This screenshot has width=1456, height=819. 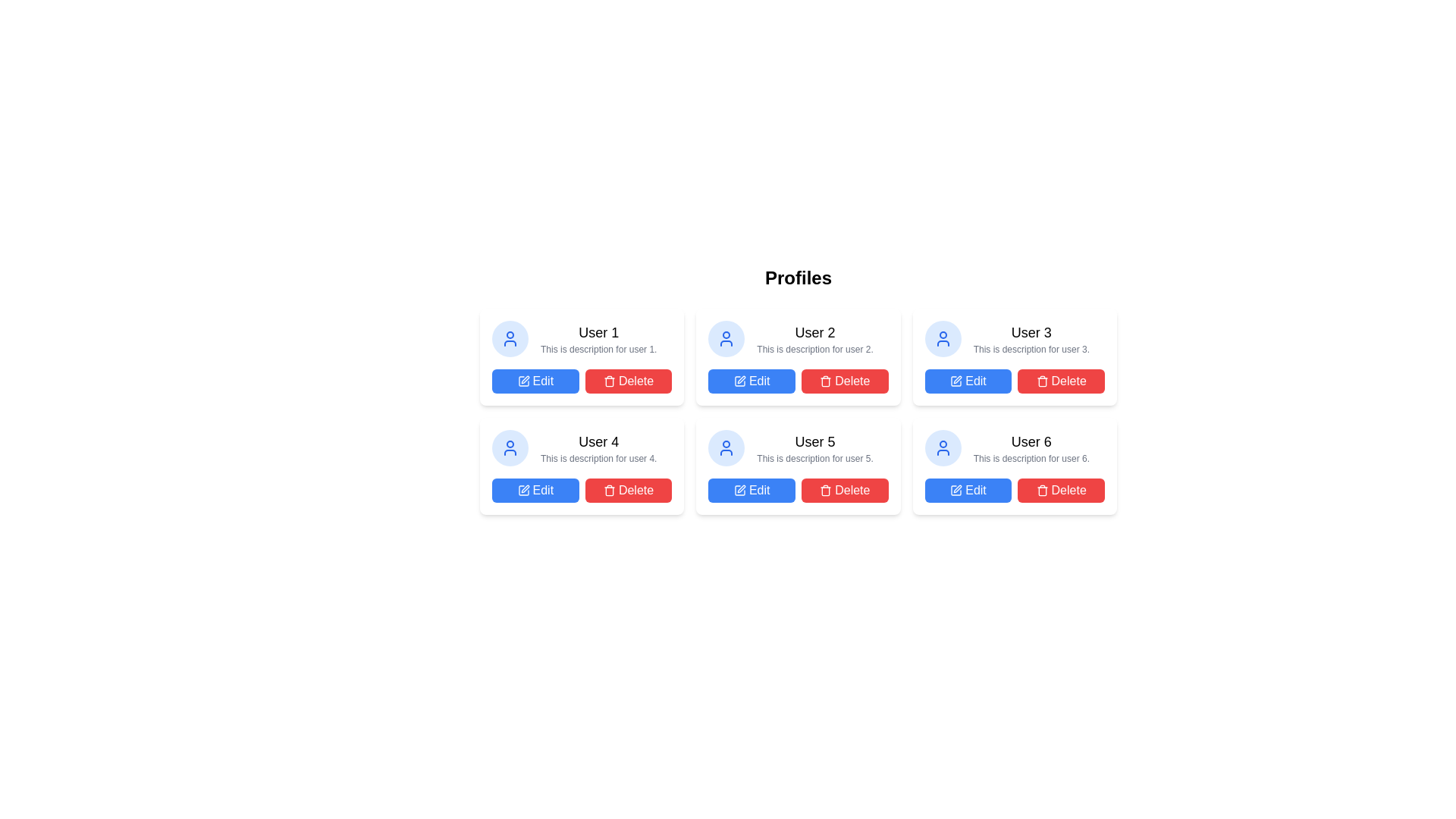 I want to click on the pen icon embedded within the 'Edit' button located beneath the 'User 2' profile card, so click(x=741, y=379).